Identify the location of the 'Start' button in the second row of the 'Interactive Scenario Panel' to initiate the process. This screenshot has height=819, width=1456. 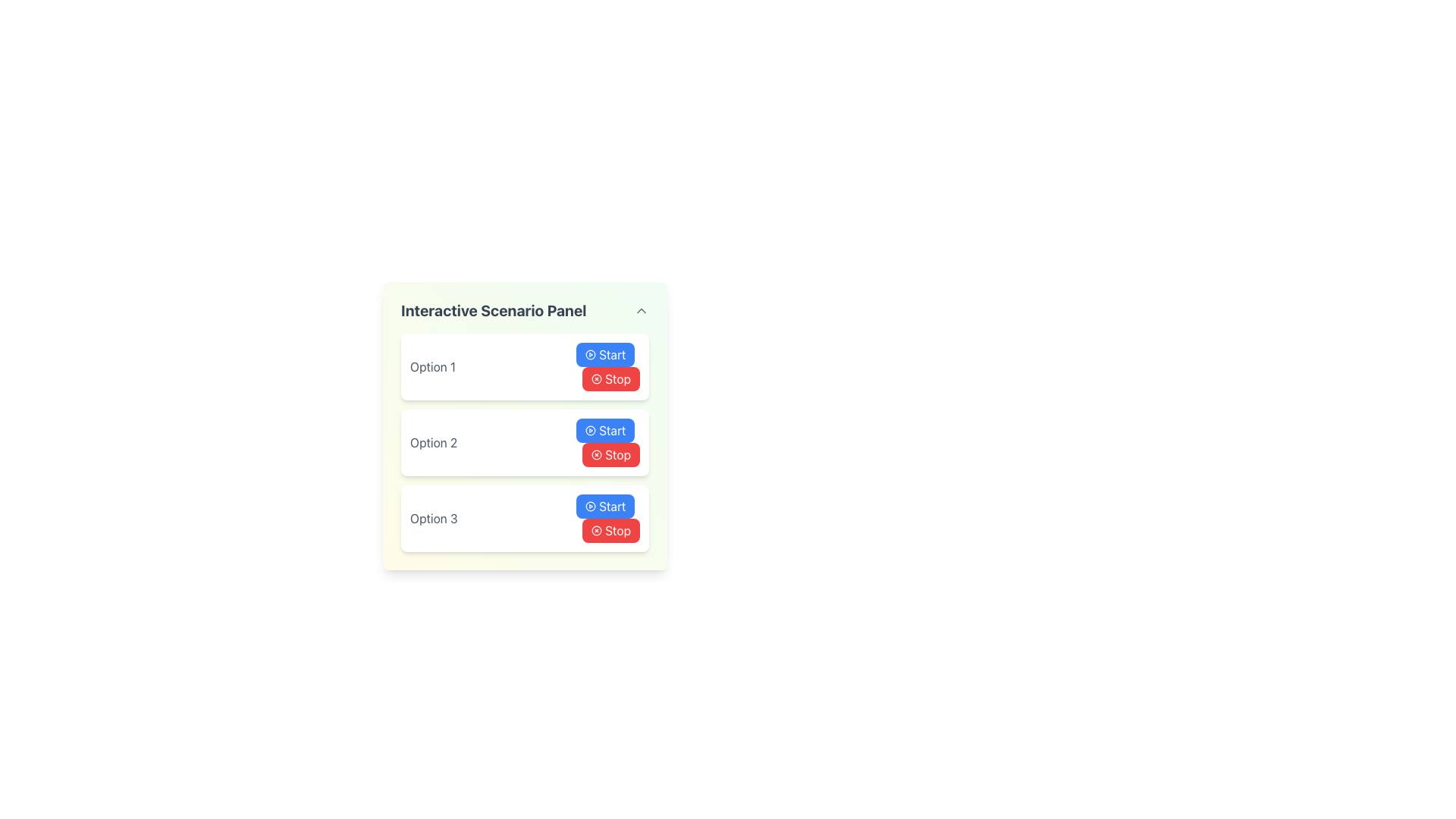
(604, 430).